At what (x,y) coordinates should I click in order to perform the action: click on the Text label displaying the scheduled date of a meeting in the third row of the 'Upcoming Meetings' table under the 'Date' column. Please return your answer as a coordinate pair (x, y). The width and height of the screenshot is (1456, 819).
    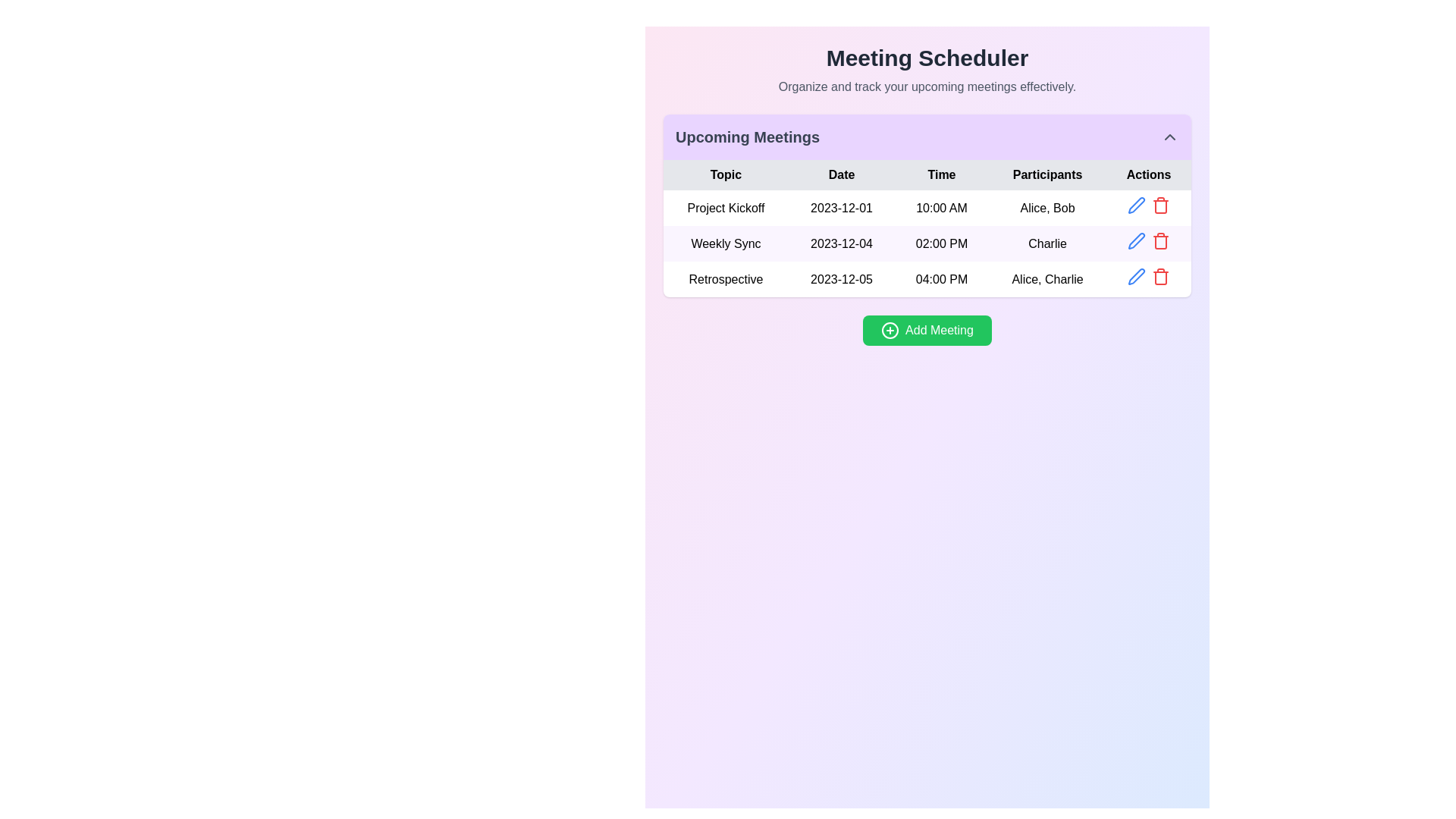
    Looking at the image, I should click on (840, 279).